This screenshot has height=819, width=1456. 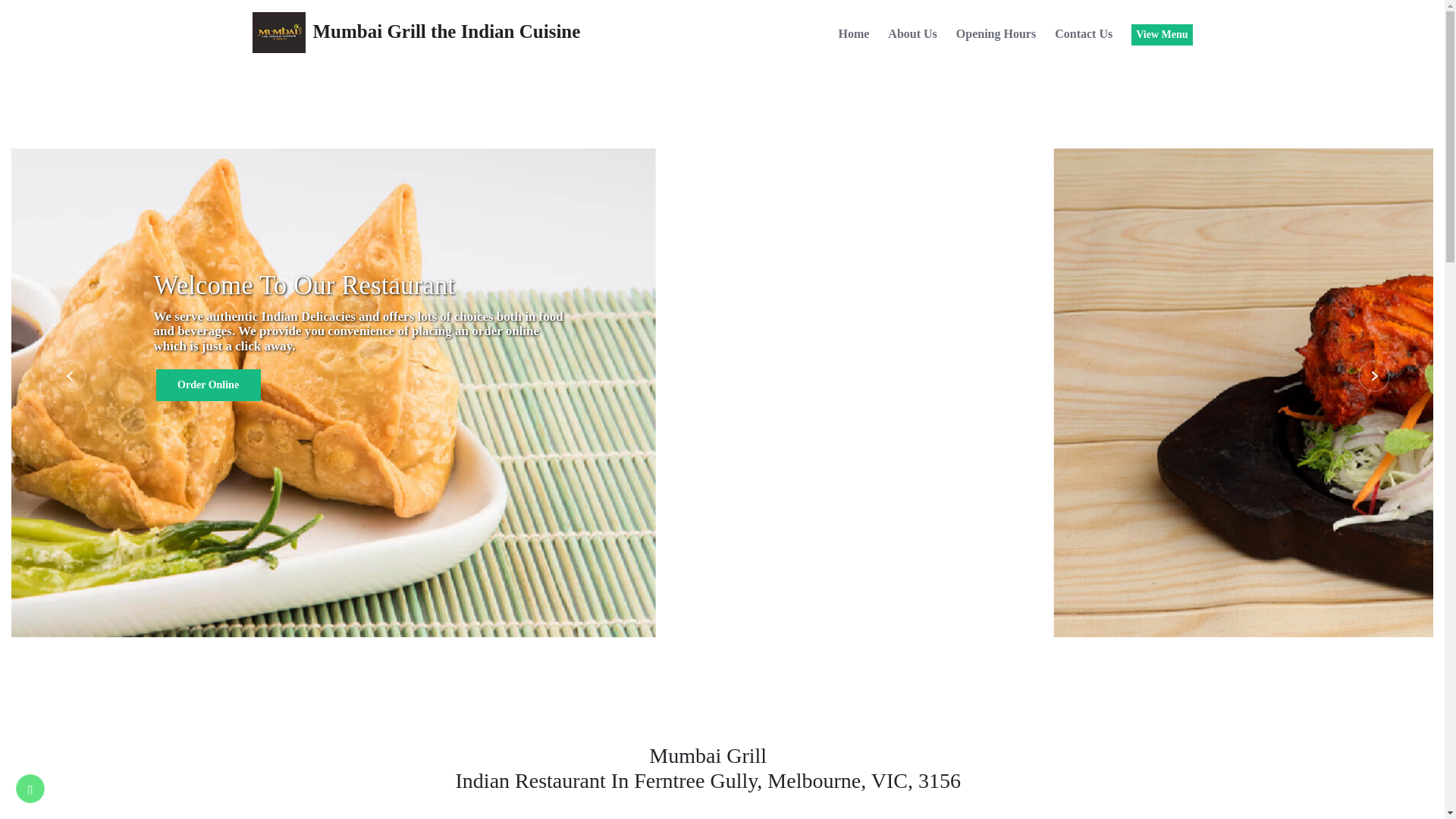 I want to click on 'Contact Us', so click(x=1054, y=35).